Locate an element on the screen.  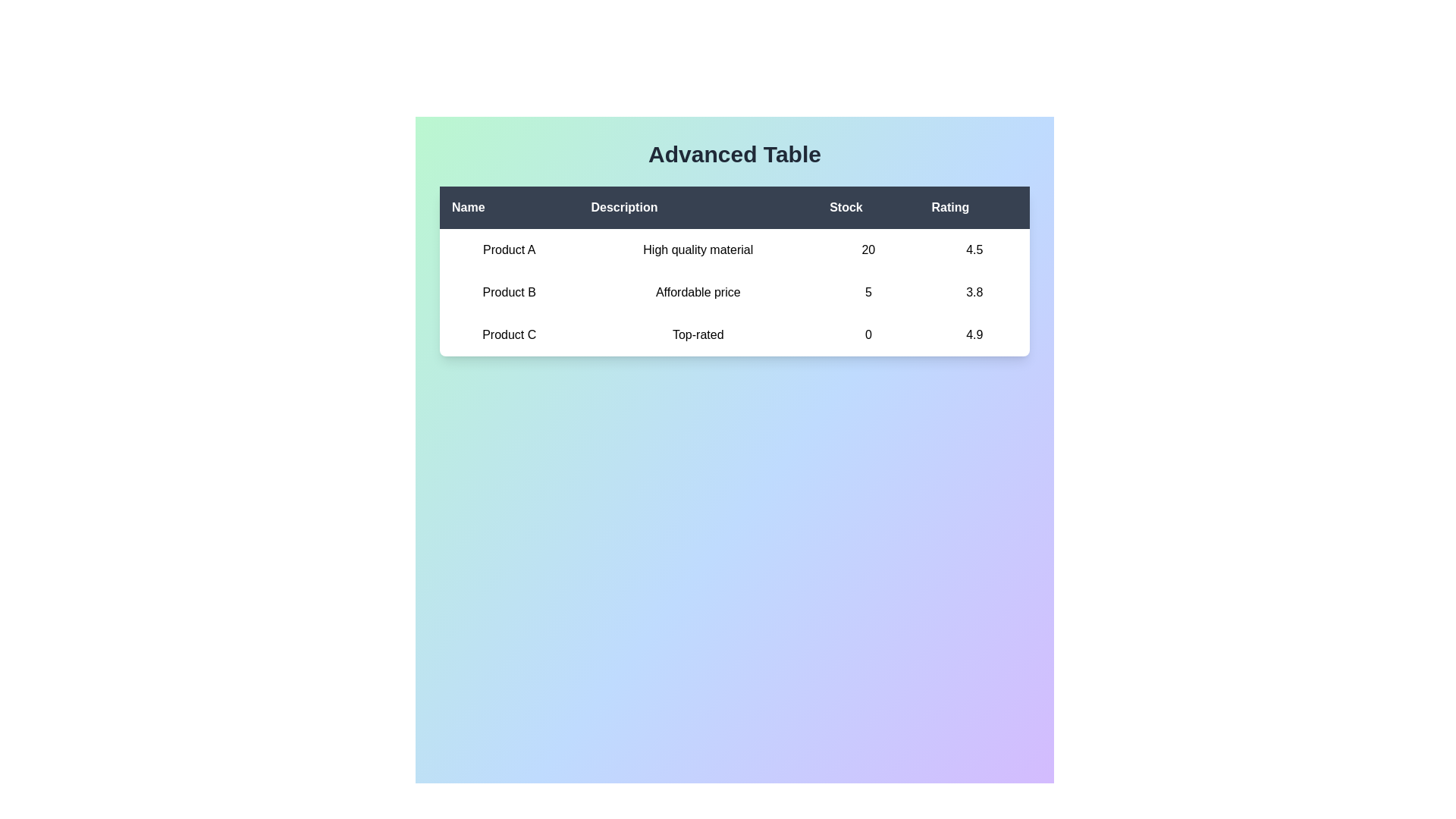
the Text Display element that shows the rating '3.8' for 'Product B' in the fourth column of the second row is located at coordinates (974, 292).